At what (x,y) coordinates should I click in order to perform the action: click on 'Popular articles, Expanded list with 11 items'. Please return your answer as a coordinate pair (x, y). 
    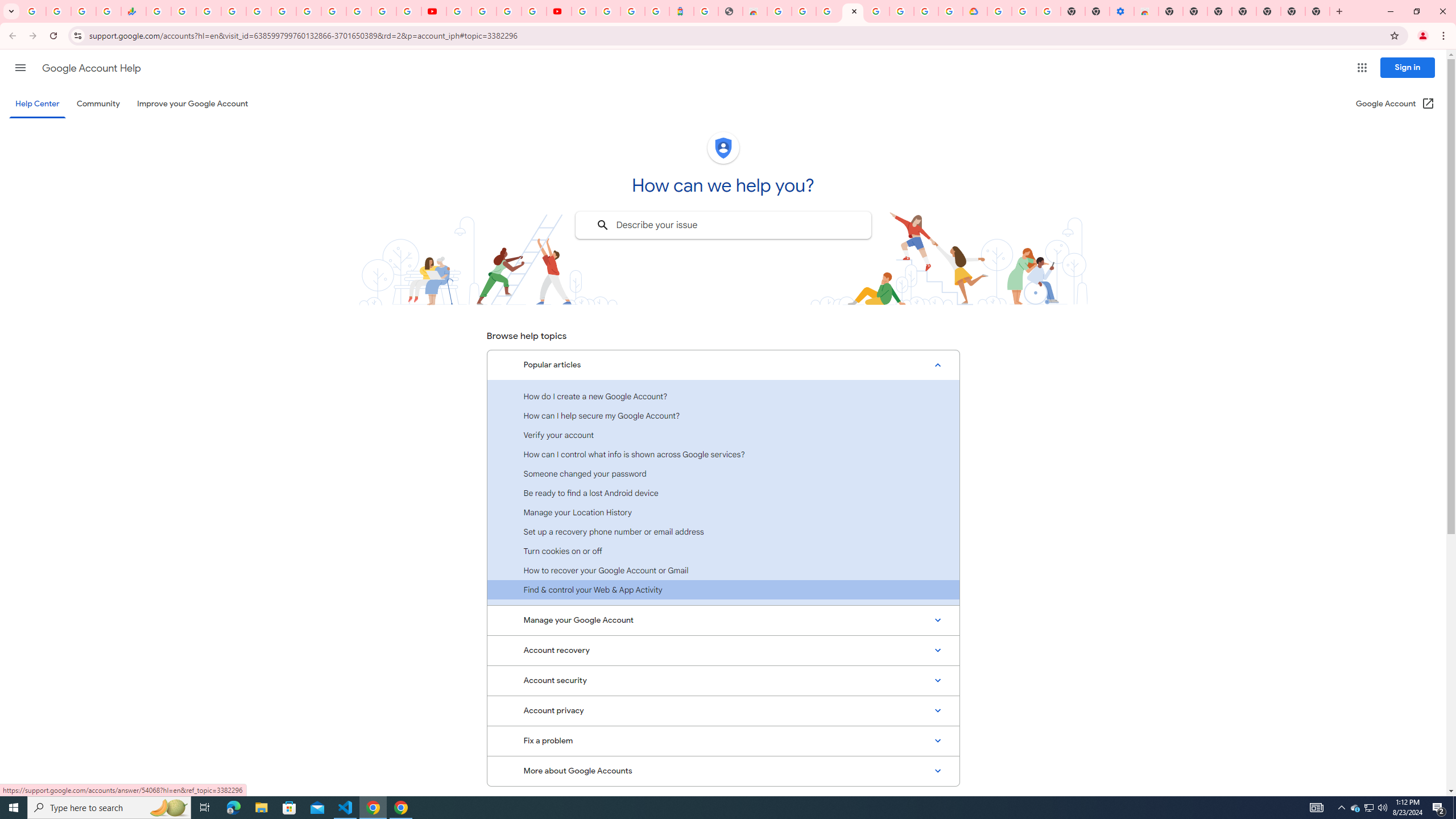
    Looking at the image, I should click on (723, 365).